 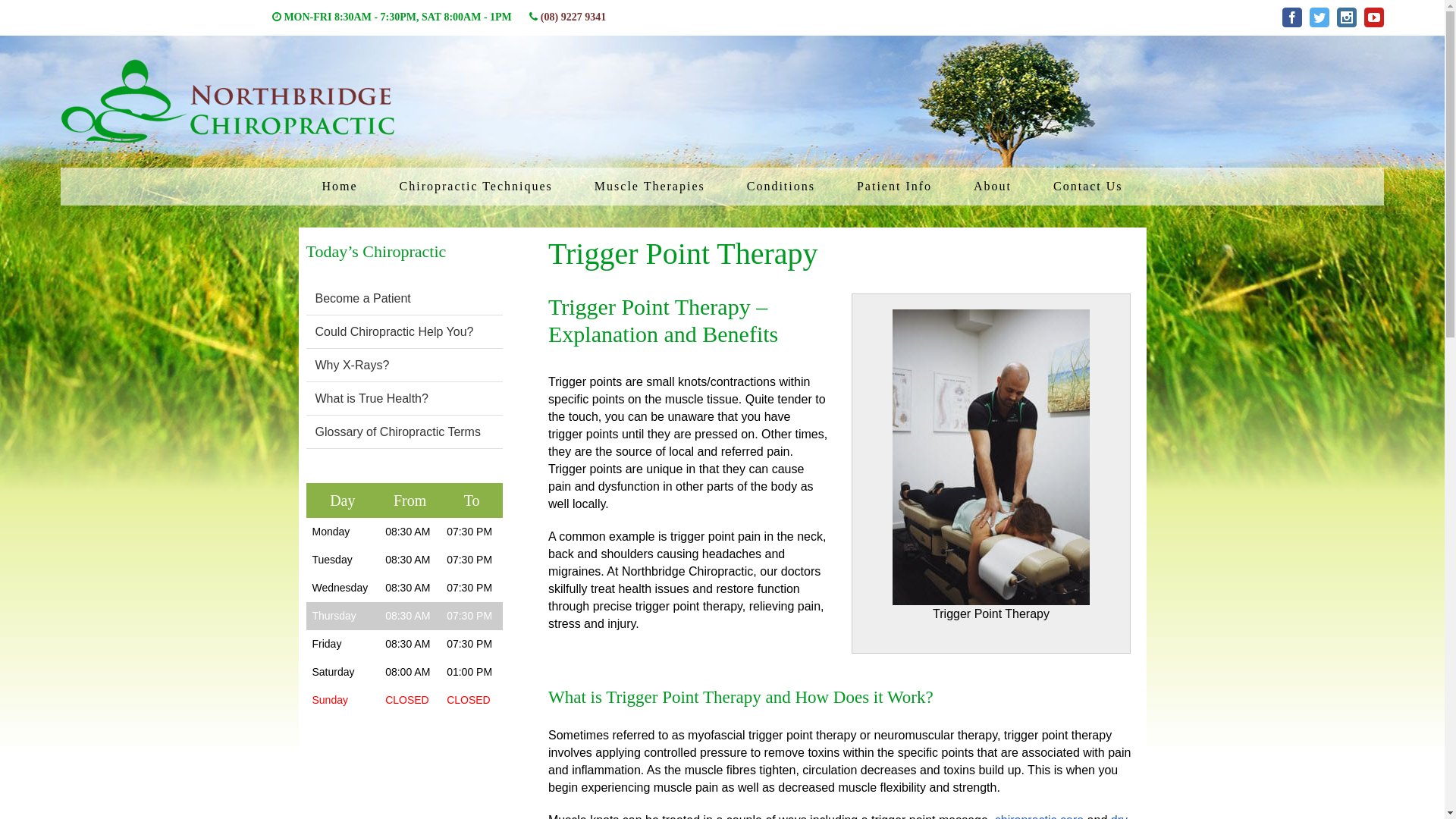 I want to click on '(08) 9227 9341', so click(x=572, y=17).